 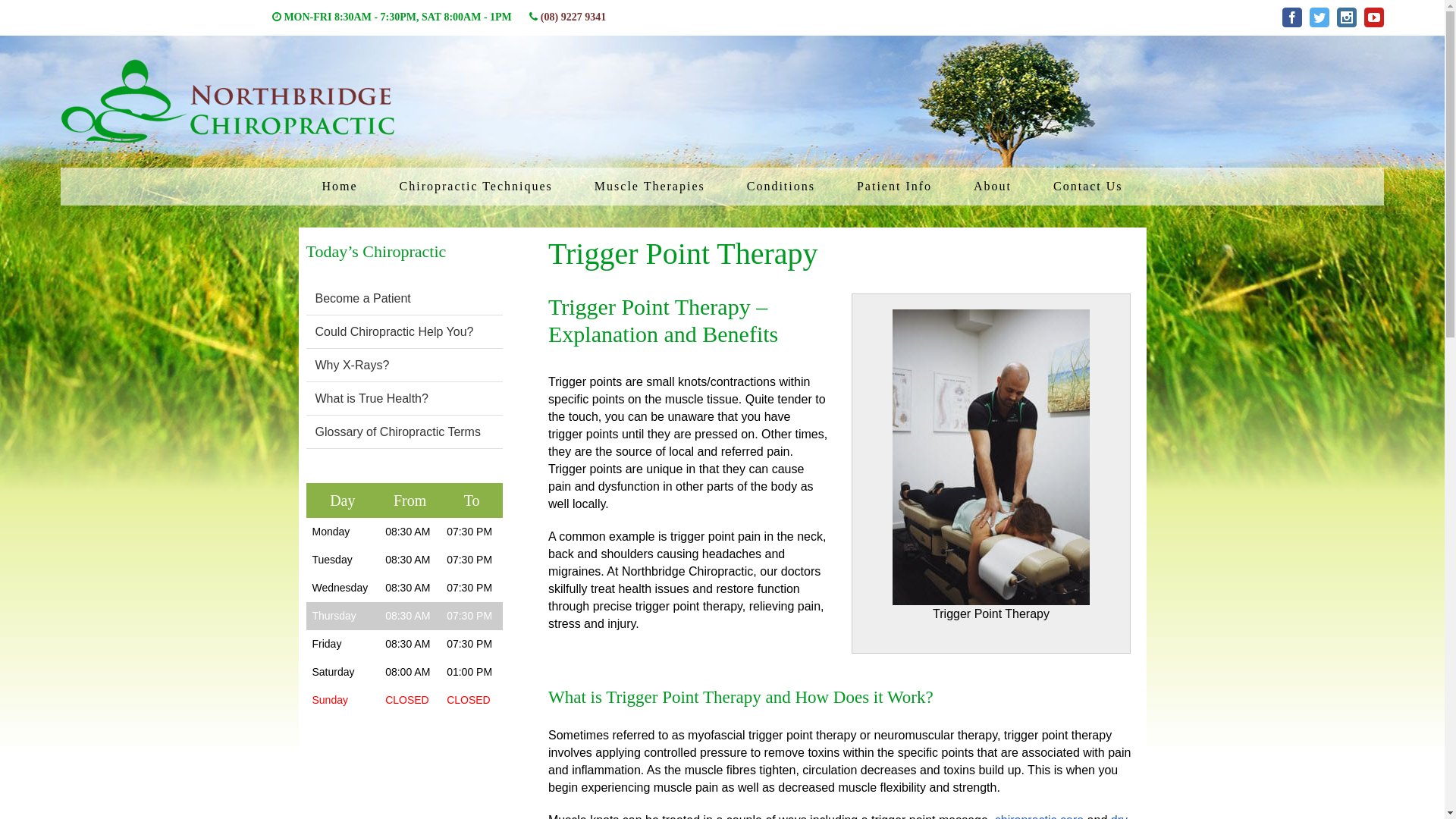 I want to click on '(08) 9227 9341', so click(x=572, y=17).